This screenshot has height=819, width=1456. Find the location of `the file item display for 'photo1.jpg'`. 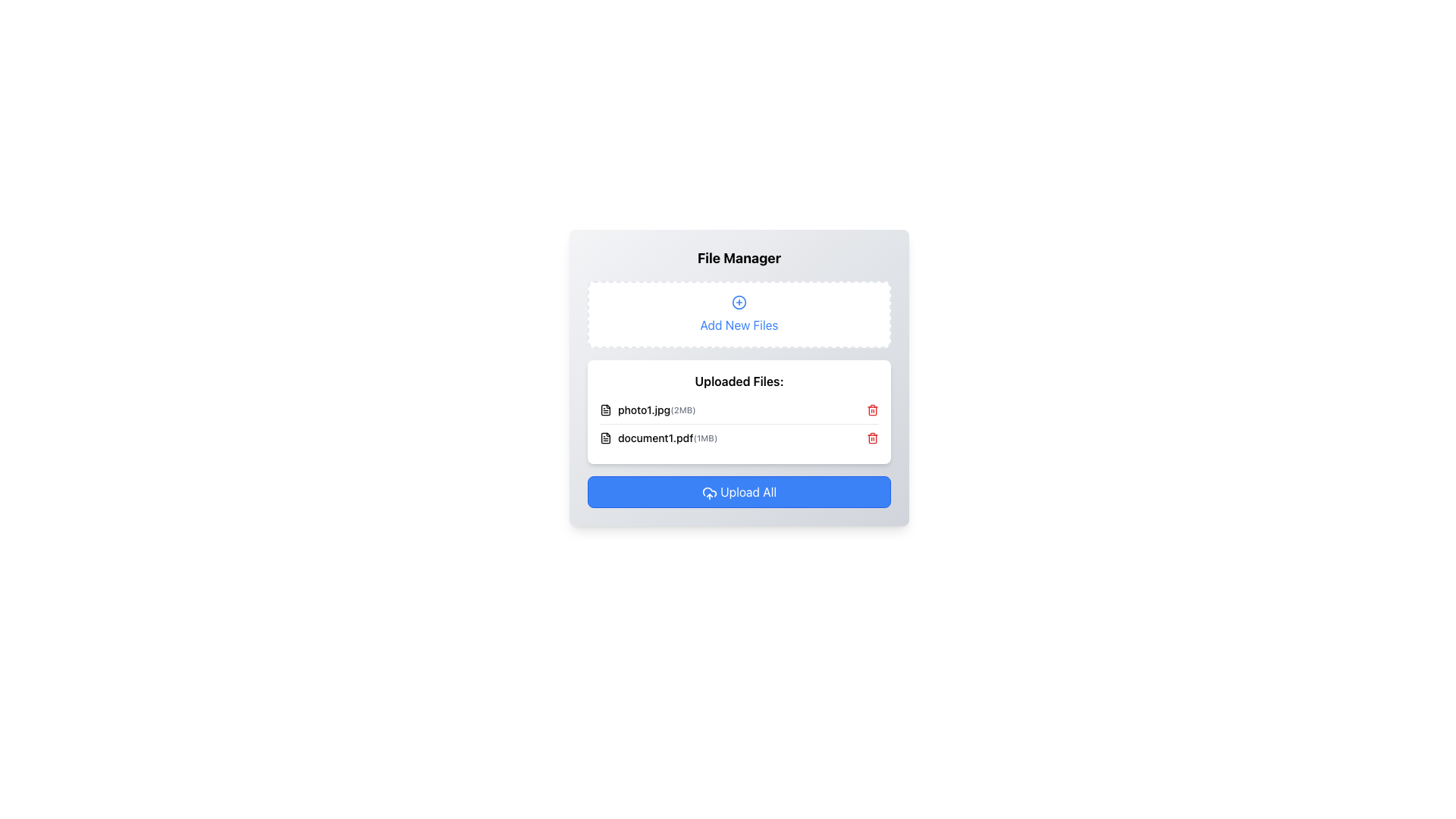

the file item display for 'photo1.jpg' is located at coordinates (648, 409).